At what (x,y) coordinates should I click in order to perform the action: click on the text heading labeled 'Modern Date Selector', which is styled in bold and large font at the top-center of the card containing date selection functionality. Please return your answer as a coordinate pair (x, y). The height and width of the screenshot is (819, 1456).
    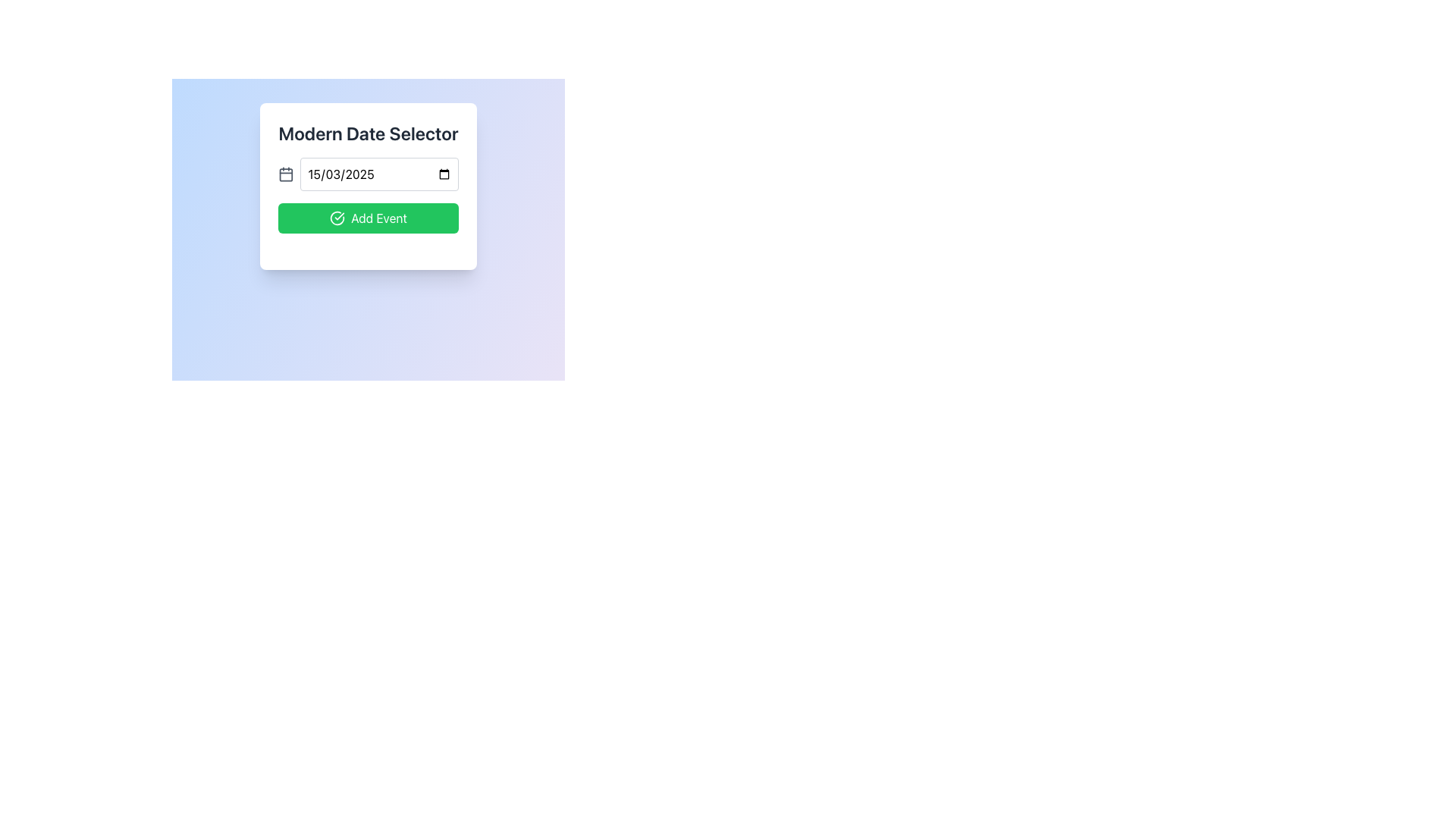
    Looking at the image, I should click on (368, 133).